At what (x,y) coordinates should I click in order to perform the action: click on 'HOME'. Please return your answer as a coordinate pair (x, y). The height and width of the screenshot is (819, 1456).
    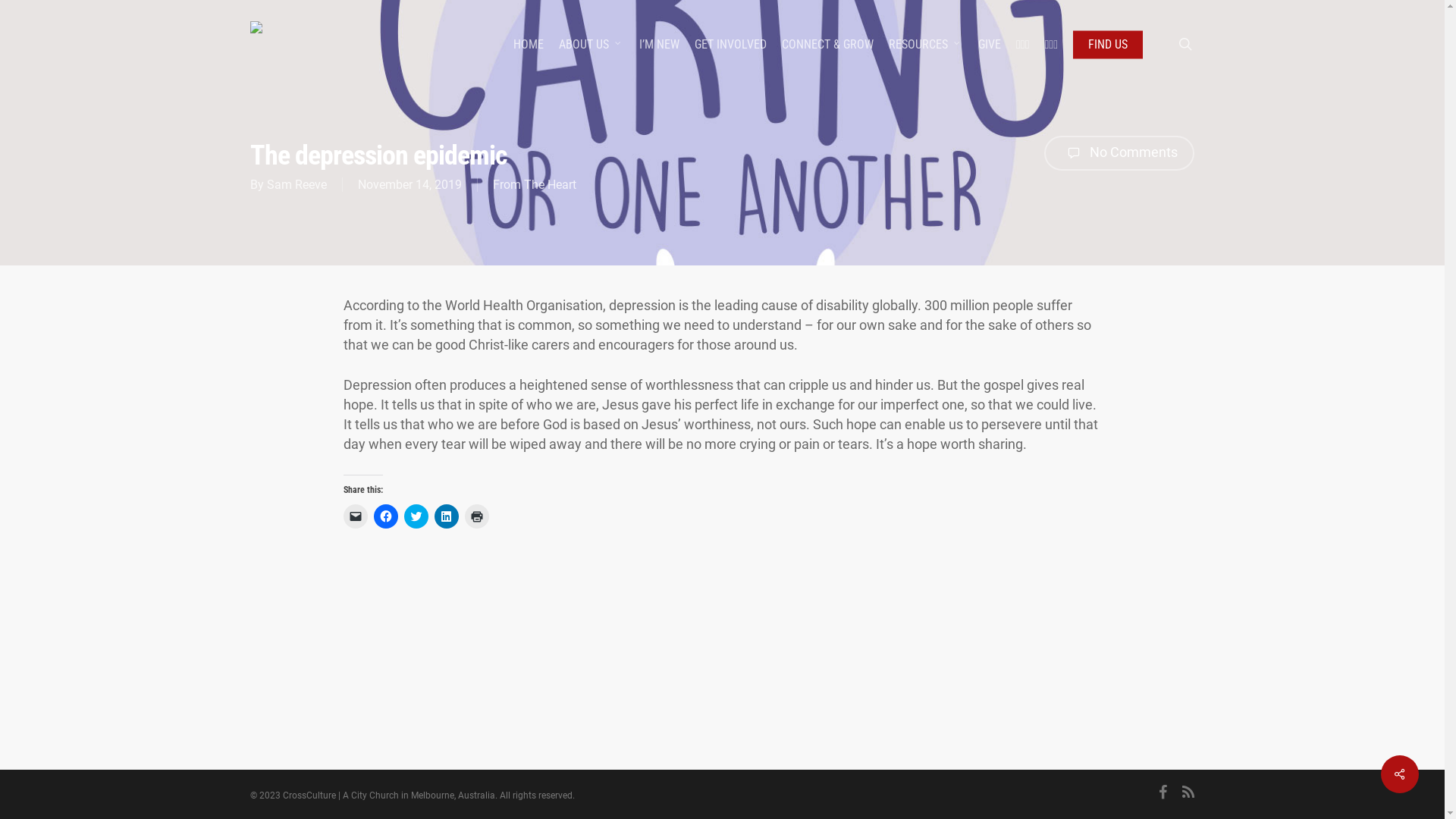
    Looking at the image, I should click on (528, 42).